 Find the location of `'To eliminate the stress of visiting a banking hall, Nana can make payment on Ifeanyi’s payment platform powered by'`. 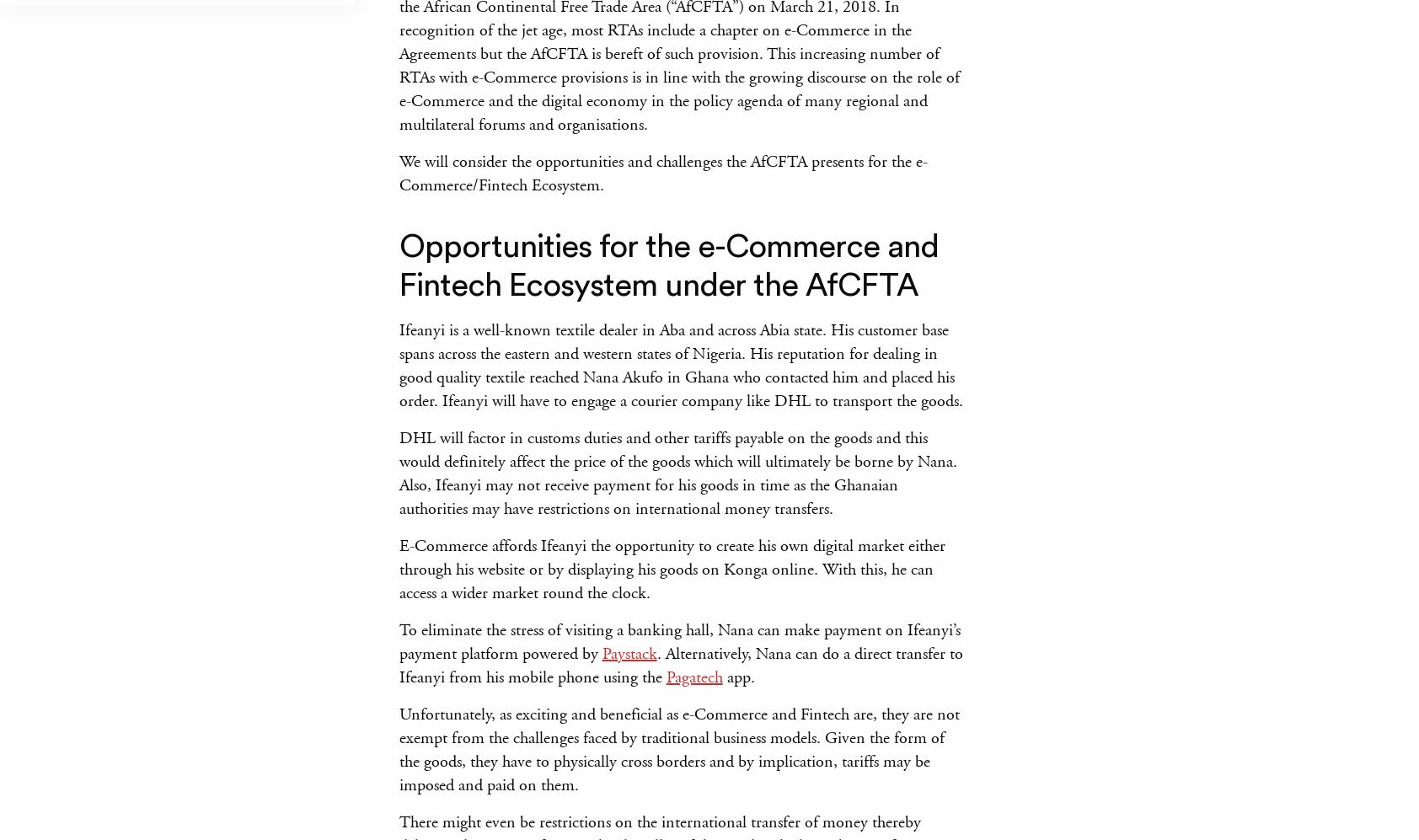

'To eliminate the stress of visiting a banking hall, Nana can make payment on Ifeanyi’s payment platform powered by' is located at coordinates (678, 642).